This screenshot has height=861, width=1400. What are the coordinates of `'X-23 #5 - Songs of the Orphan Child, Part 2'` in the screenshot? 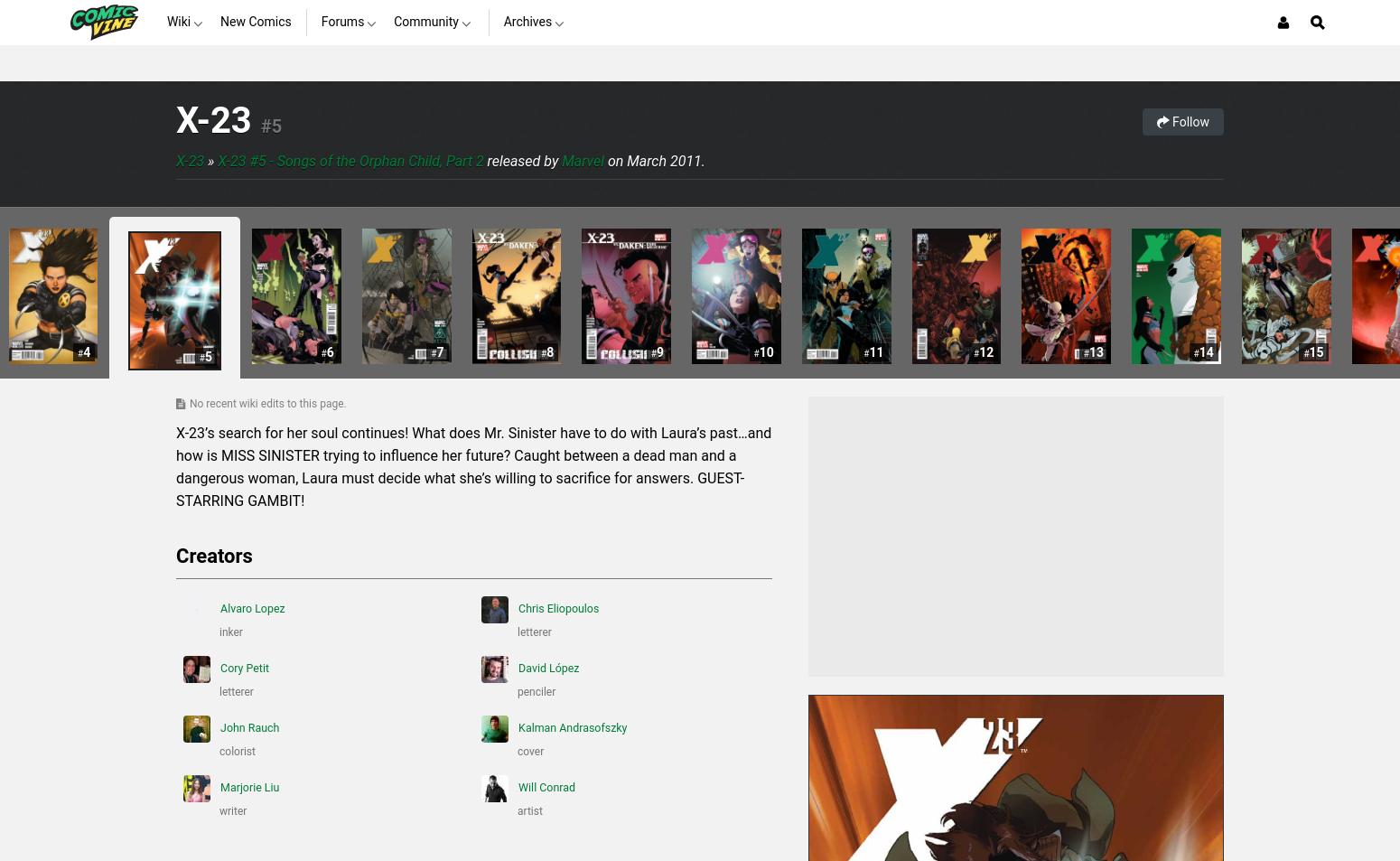 It's located at (349, 159).